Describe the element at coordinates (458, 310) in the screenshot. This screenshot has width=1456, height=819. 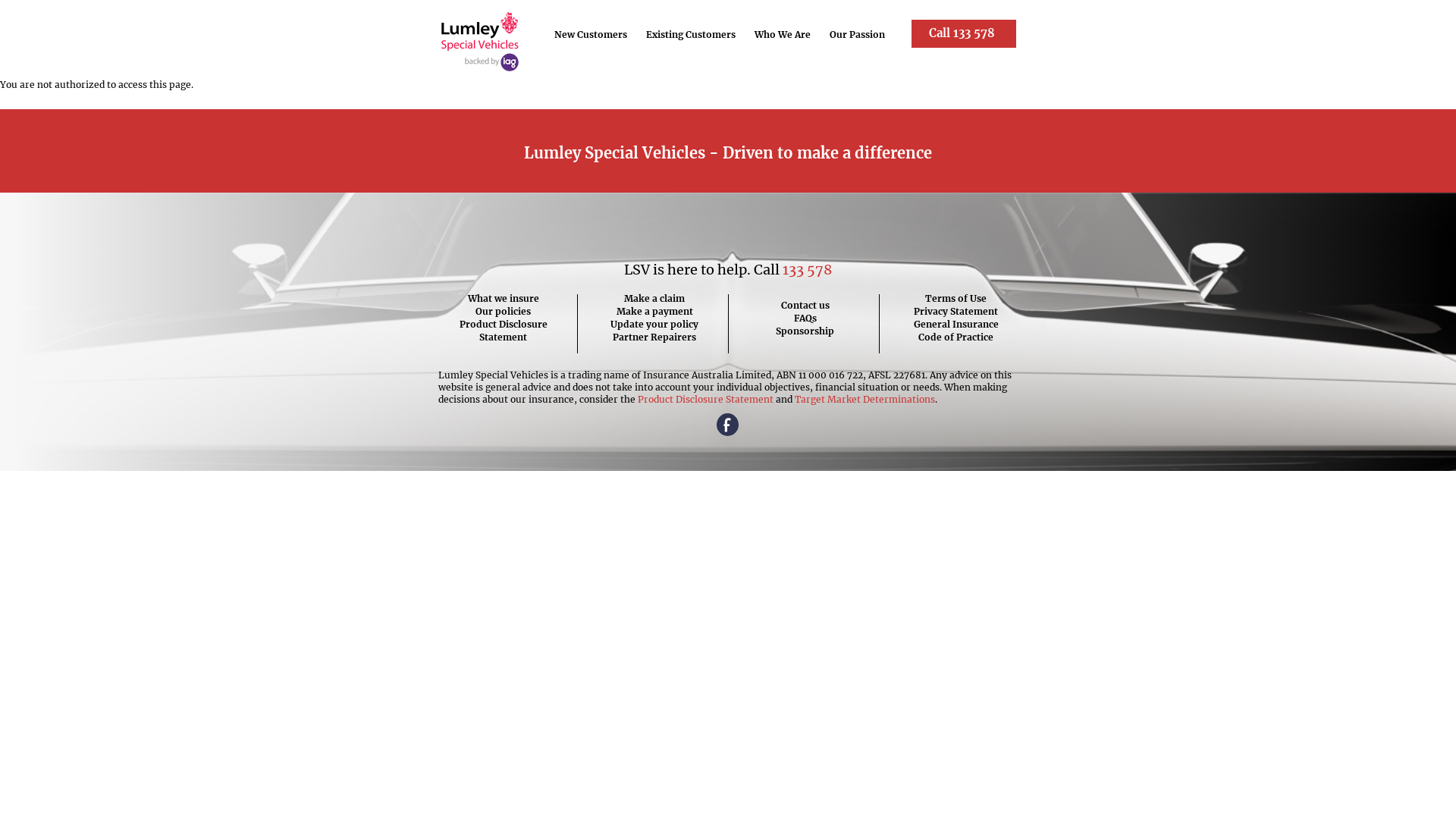
I see `'Our policies'` at that location.